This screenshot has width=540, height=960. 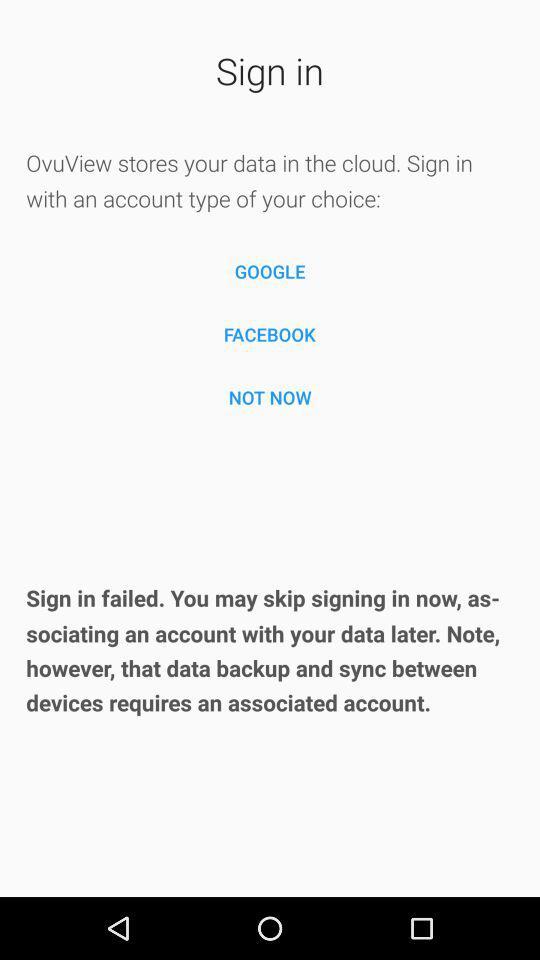 What do you see at coordinates (269, 334) in the screenshot?
I see `the icon above the not now` at bounding box center [269, 334].